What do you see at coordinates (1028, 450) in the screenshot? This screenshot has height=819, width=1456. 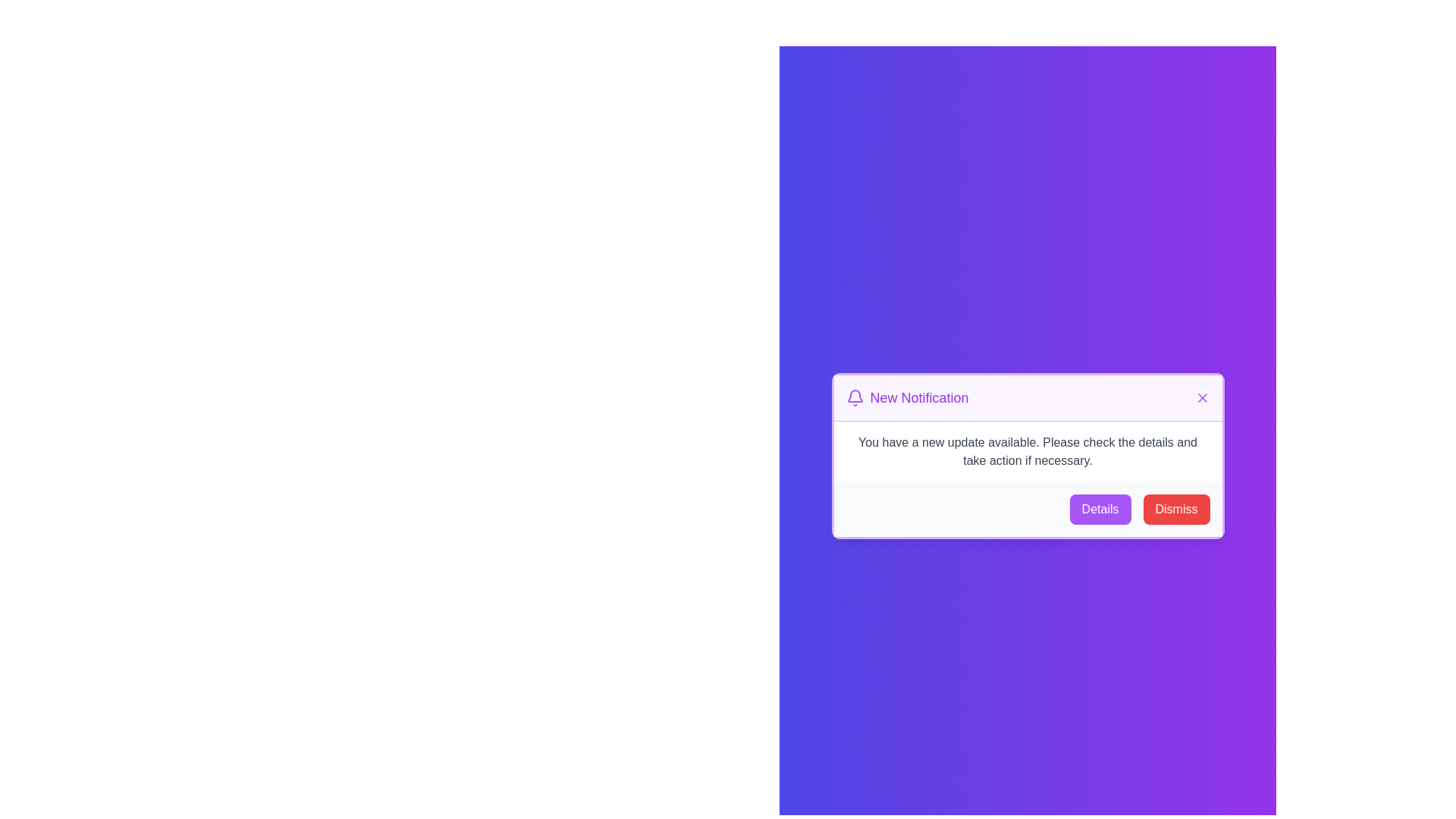 I see `text block displaying the message: 'You have a new update available. Please check the details and take action if necessary.' located in the notification popup beneath the title 'New Notification'` at bounding box center [1028, 450].